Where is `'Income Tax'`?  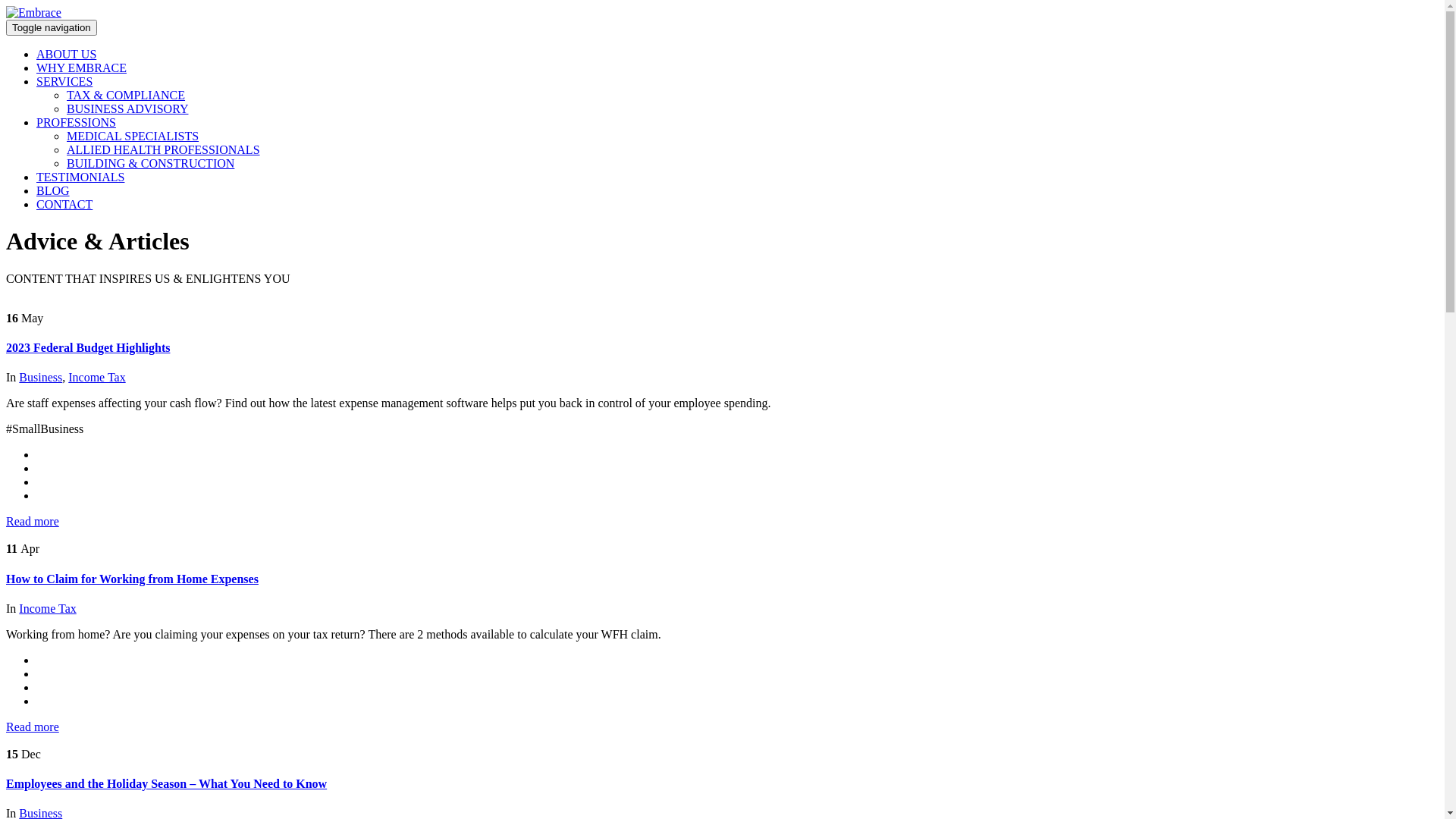
'Income Tax' is located at coordinates (47, 607).